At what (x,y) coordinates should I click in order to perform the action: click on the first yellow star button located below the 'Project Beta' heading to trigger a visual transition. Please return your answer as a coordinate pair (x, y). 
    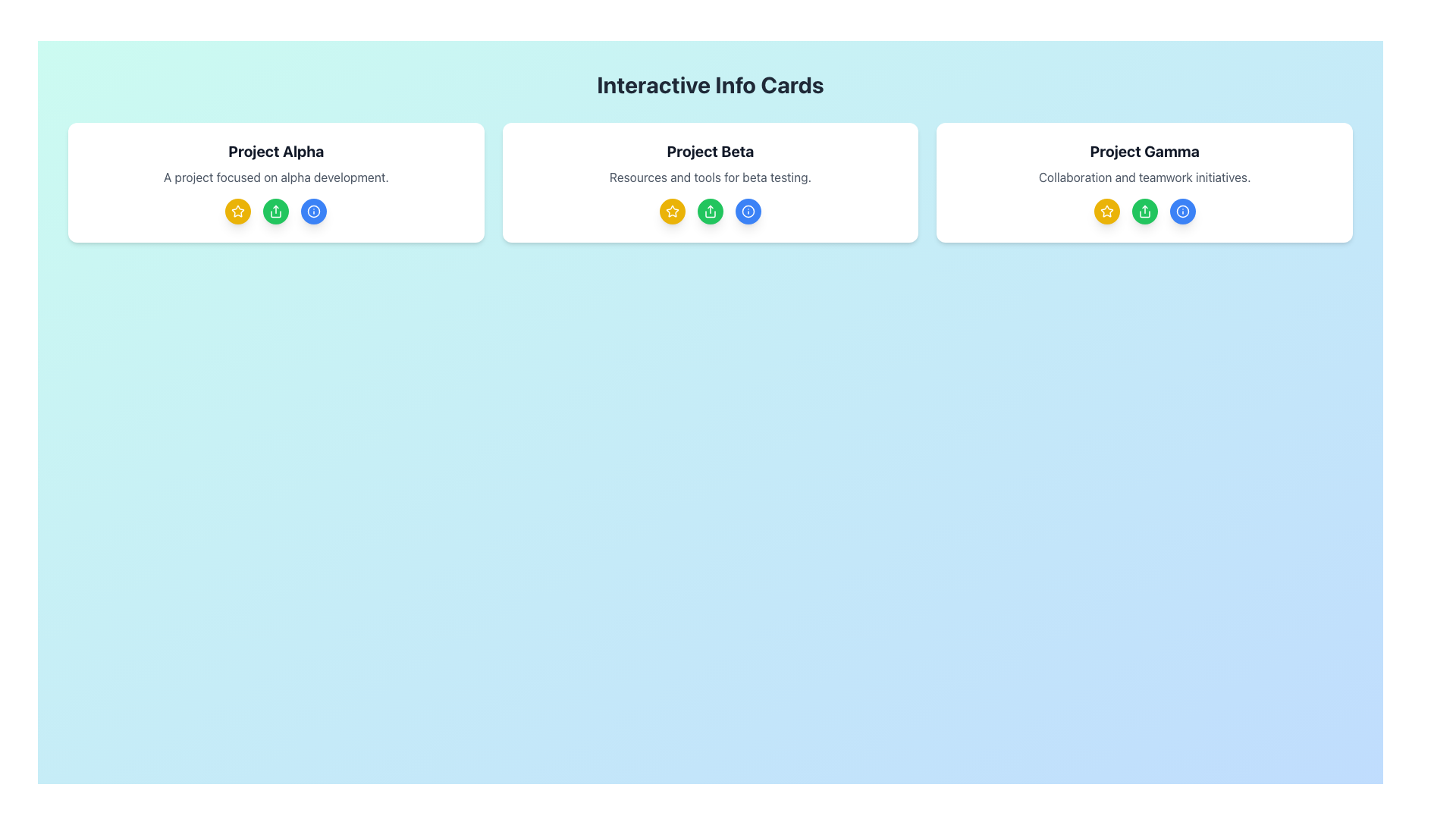
    Looking at the image, I should click on (672, 211).